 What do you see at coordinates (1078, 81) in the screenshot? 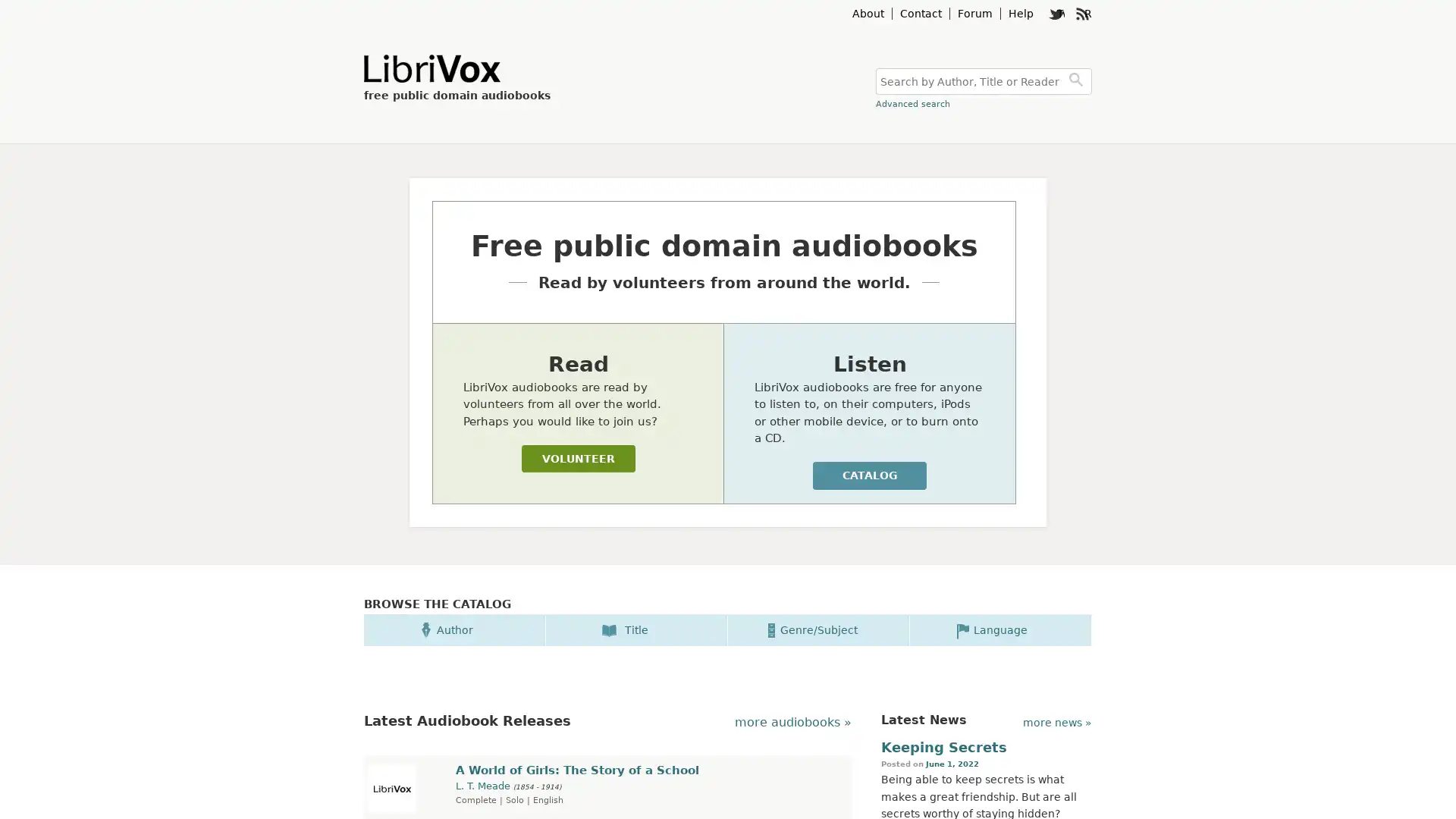
I see `Search` at bounding box center [1078, 81].